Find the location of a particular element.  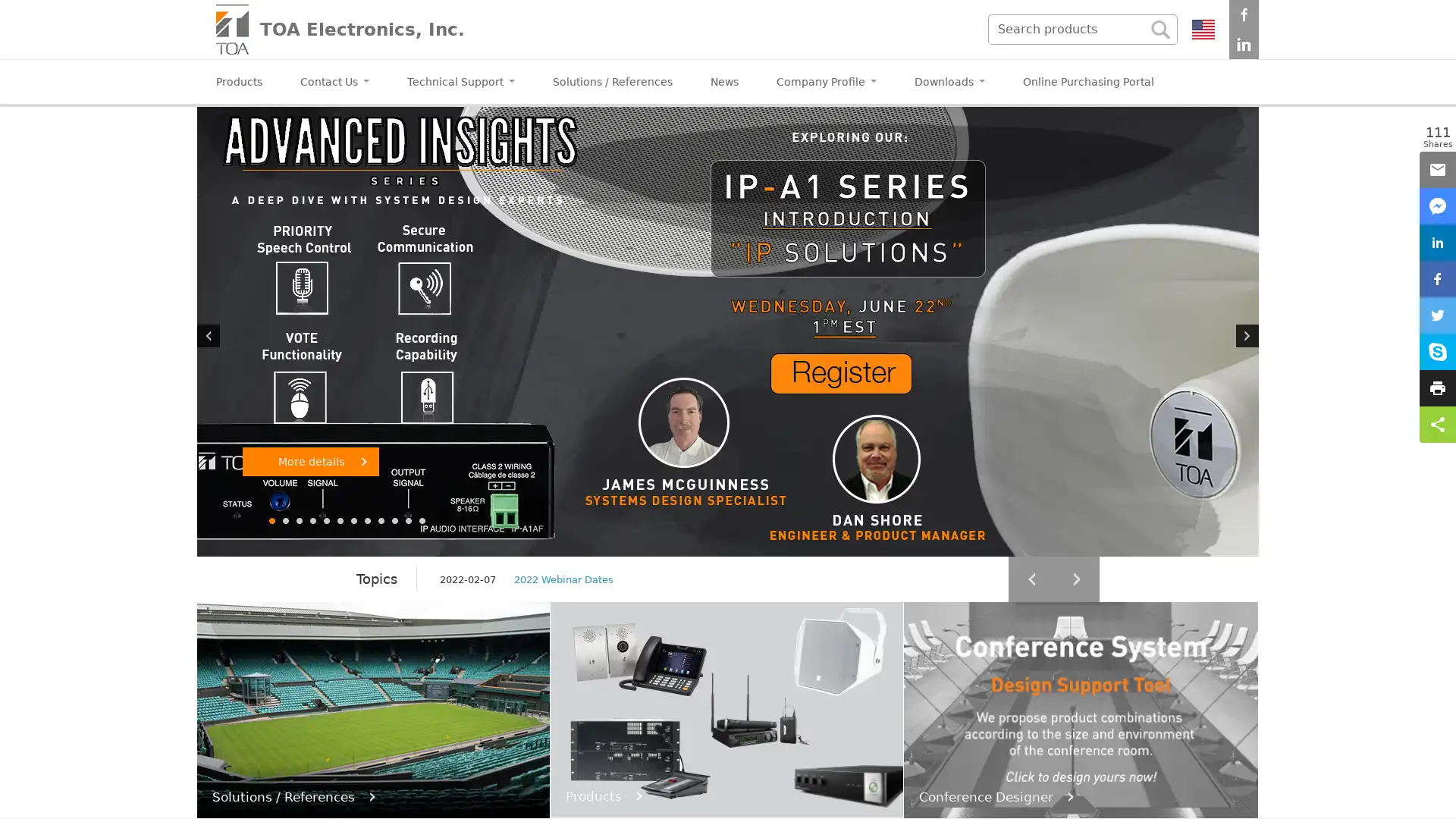

Next is located at coordinates (1247, 334).